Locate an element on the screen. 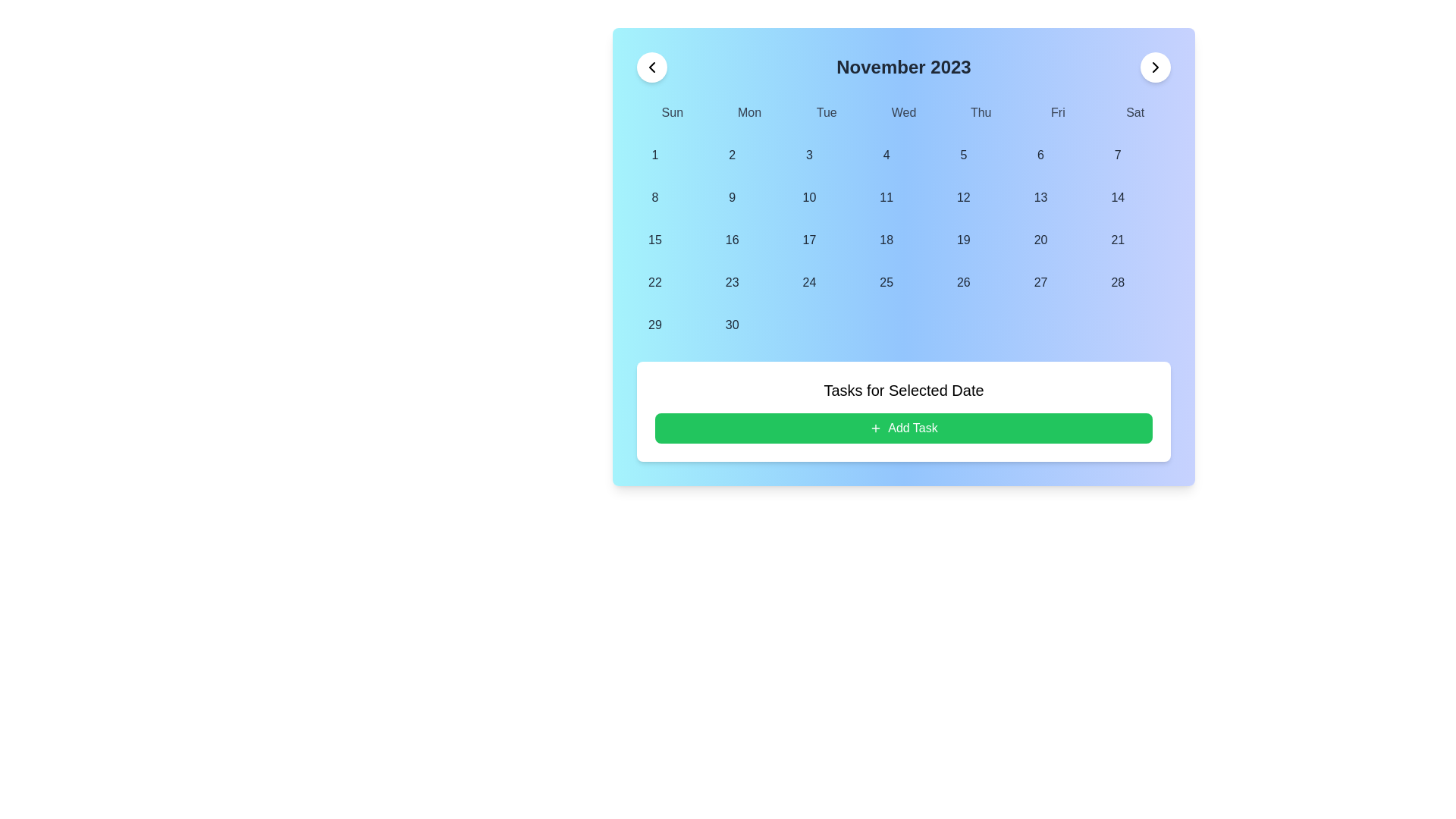 This screenshot has height=819, width=1456. the button representing the 15th date in the calendar is located at coordinates (655, 239).